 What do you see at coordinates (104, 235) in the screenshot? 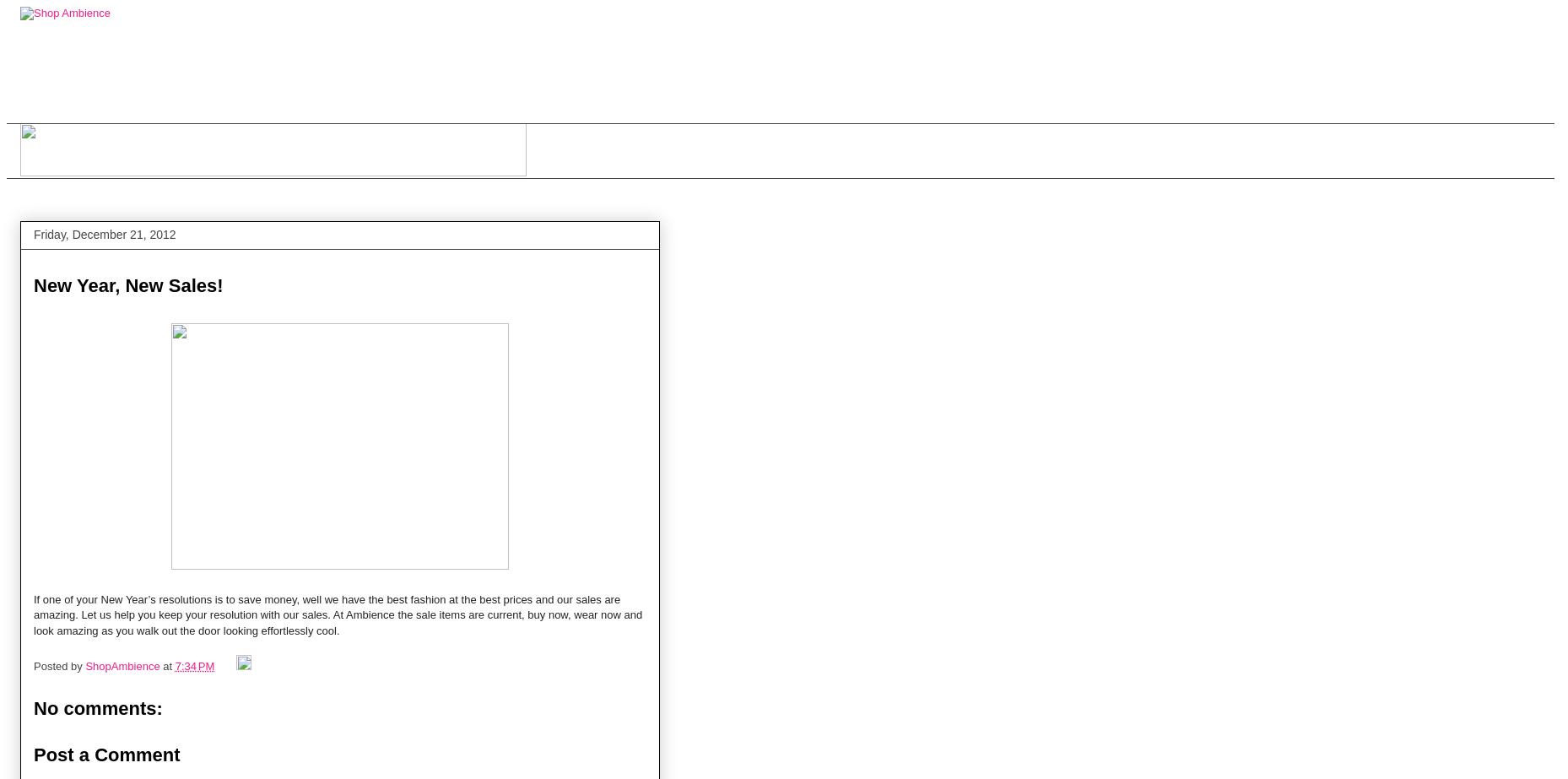
I see `'Friday, December 21, 2012'` at bounding box center [104, 235].